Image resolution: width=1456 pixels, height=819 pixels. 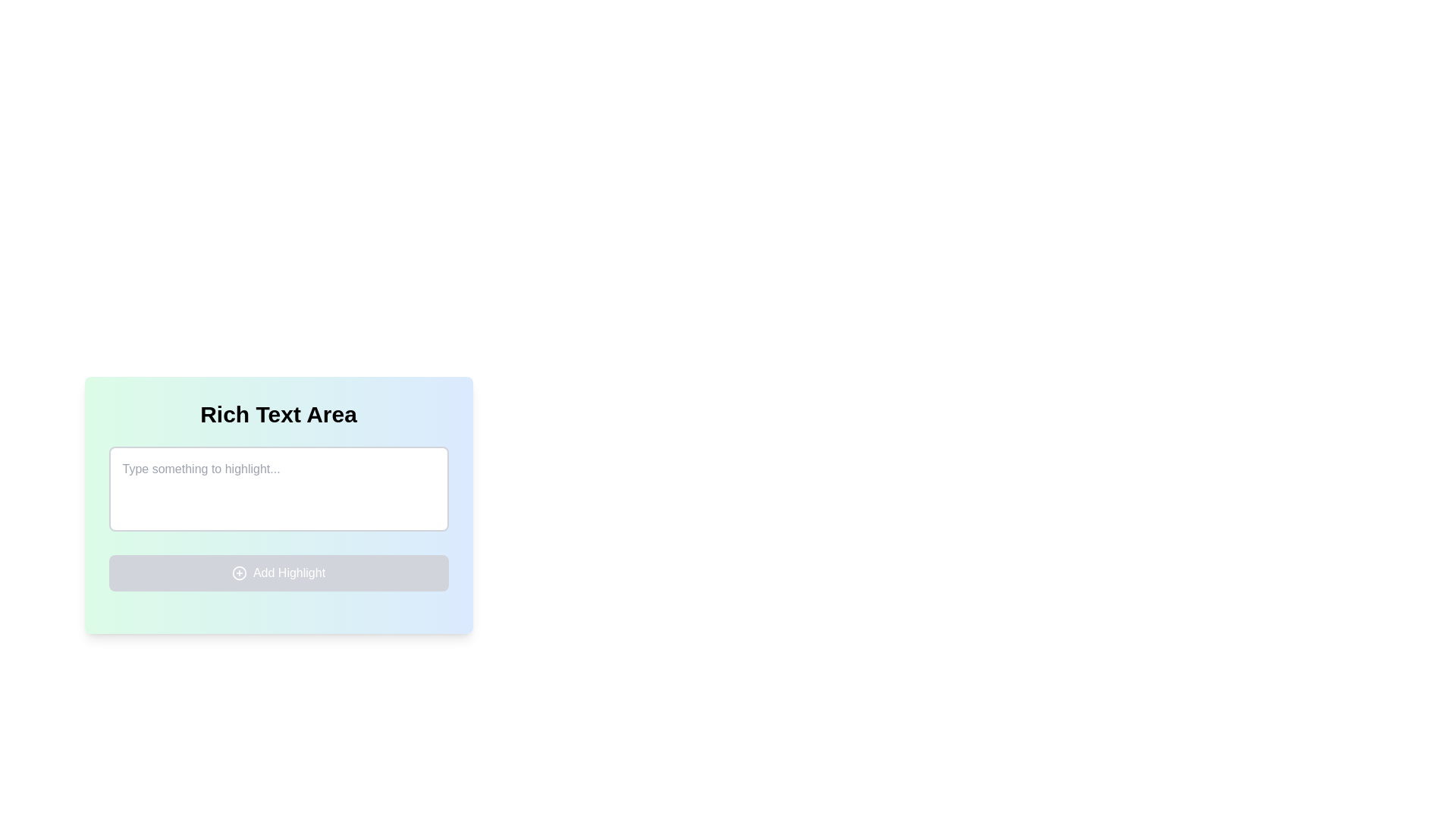 I want to click on the 'Add Highlight' button, which is a green rectangular button with rounded corners and a plus icon, so click(x=278, y=573).